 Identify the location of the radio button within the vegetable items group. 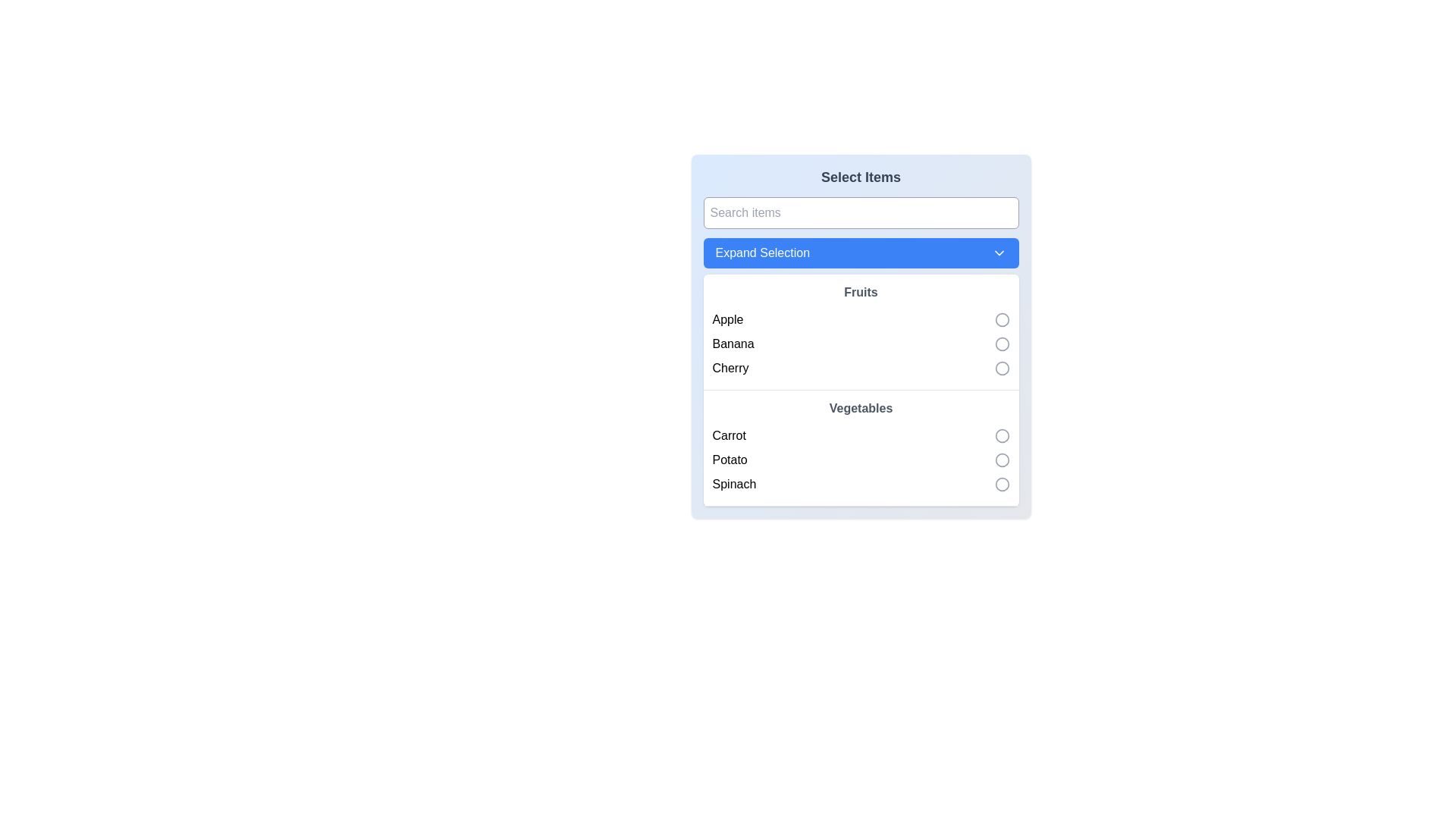
(861, 447).